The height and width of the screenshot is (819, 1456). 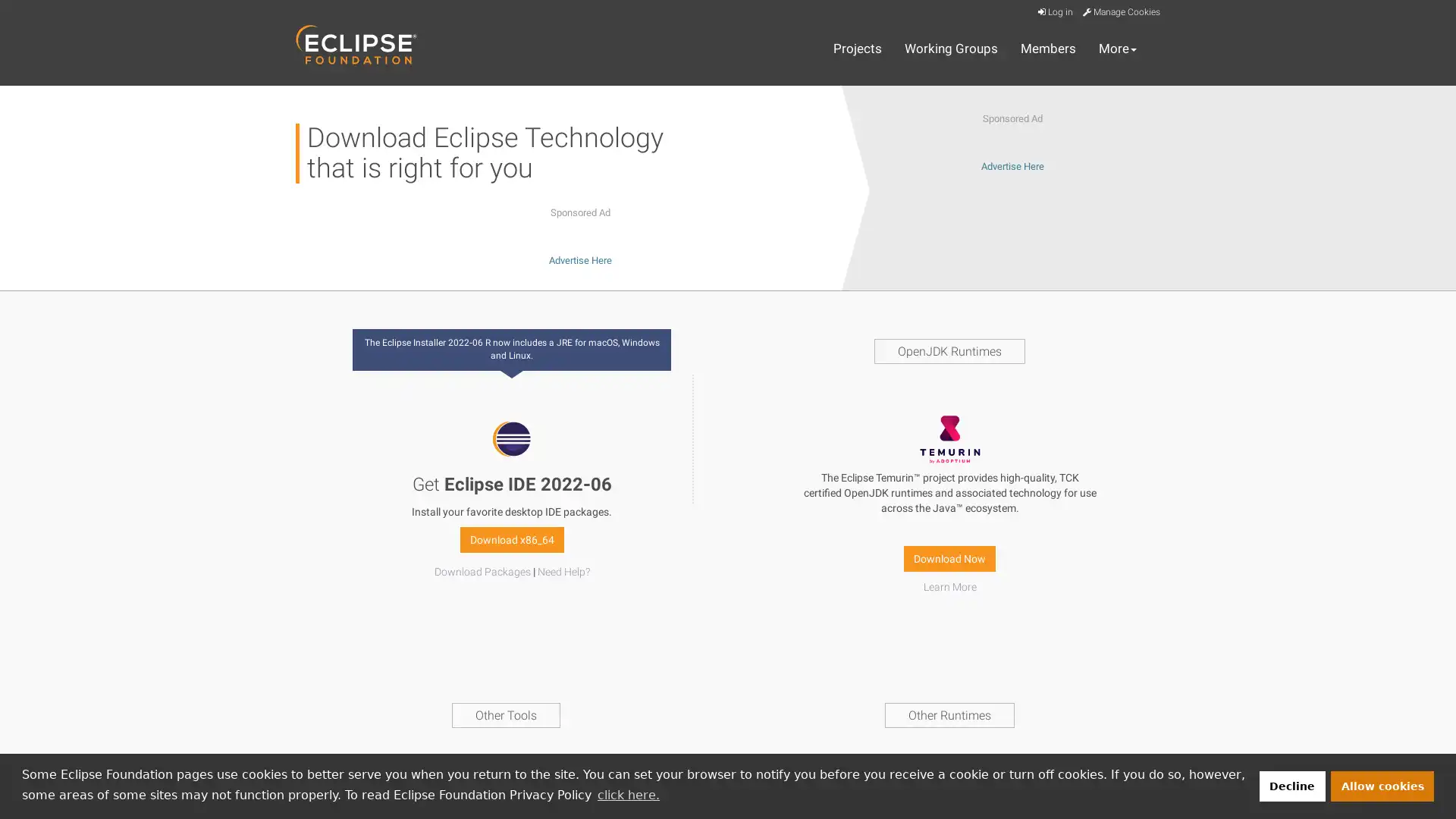 What do you see at coordinates (1382, 785) in the screenshot?
I see `allow cookies` at bounding box center [1382, 785].